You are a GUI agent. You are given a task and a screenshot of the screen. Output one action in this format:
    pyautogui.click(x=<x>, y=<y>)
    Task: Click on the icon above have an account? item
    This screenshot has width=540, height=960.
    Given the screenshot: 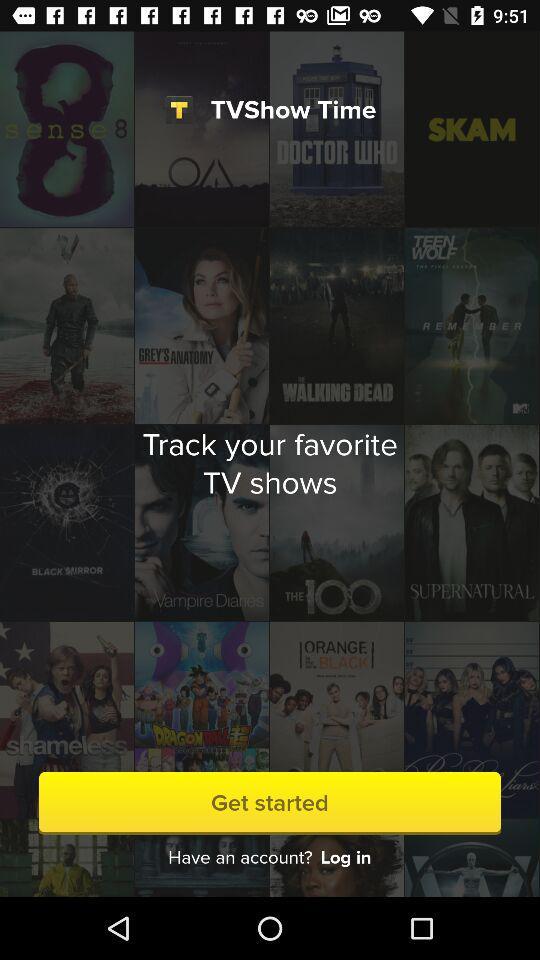 What is the action you would take?
    pyautogui.click(x=270, y=803)
    